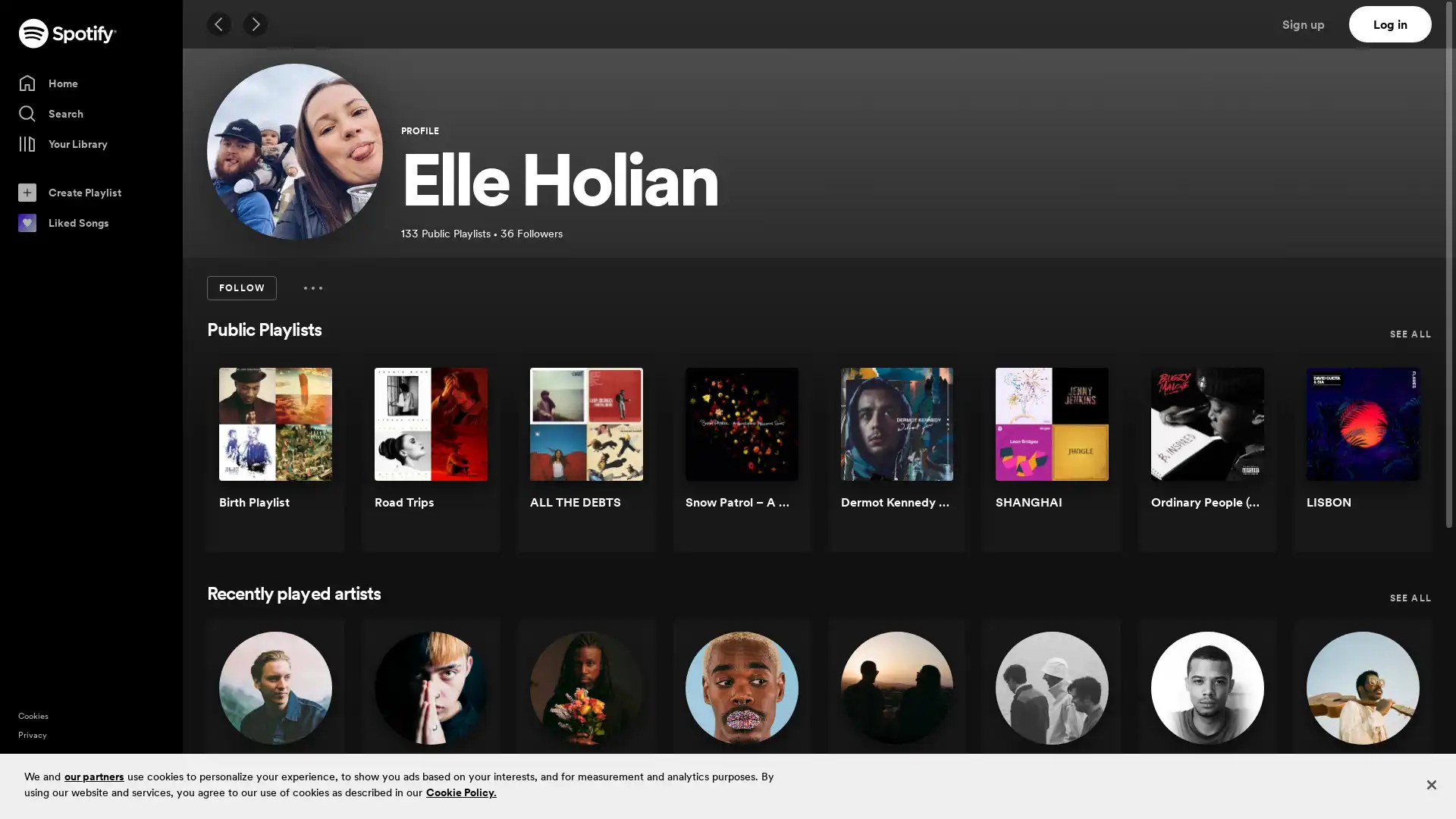 The height and width of the screenshot is (819, 1456). I want to click on Play Raleigh Ritchie, so click(1240, 724).